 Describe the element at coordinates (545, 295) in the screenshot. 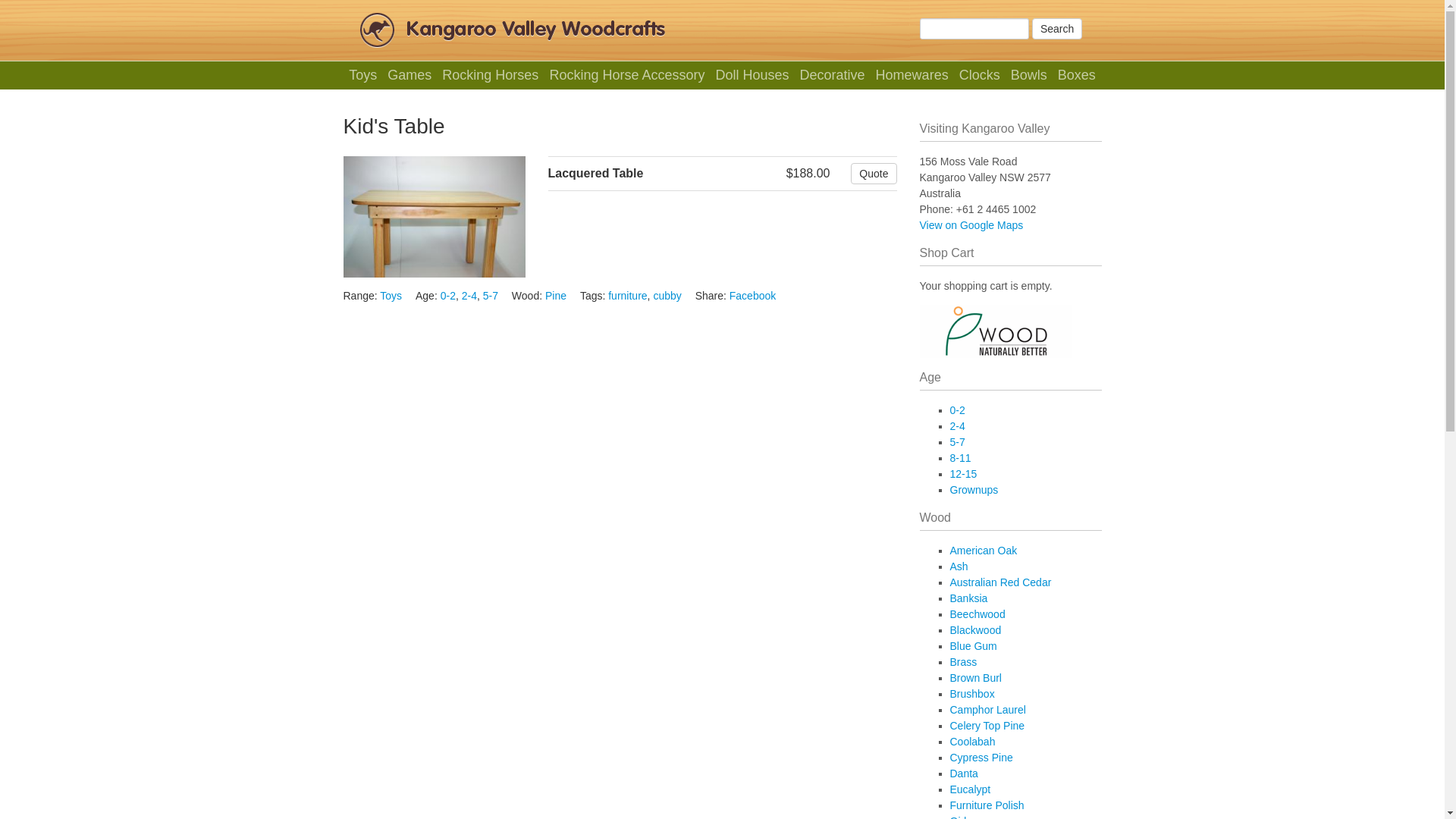

I see `'Pine'` at that location.